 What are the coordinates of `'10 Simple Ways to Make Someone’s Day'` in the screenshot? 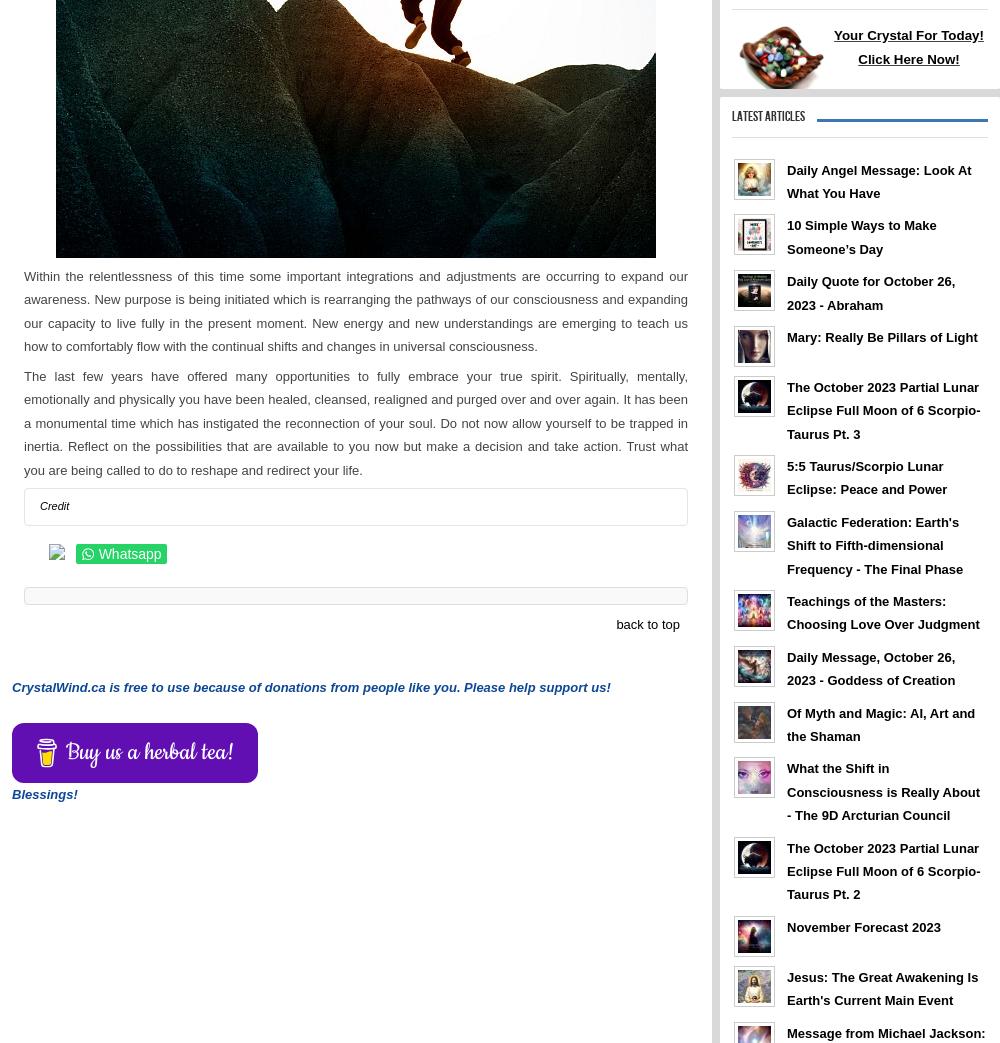 It's located at (860, 236).